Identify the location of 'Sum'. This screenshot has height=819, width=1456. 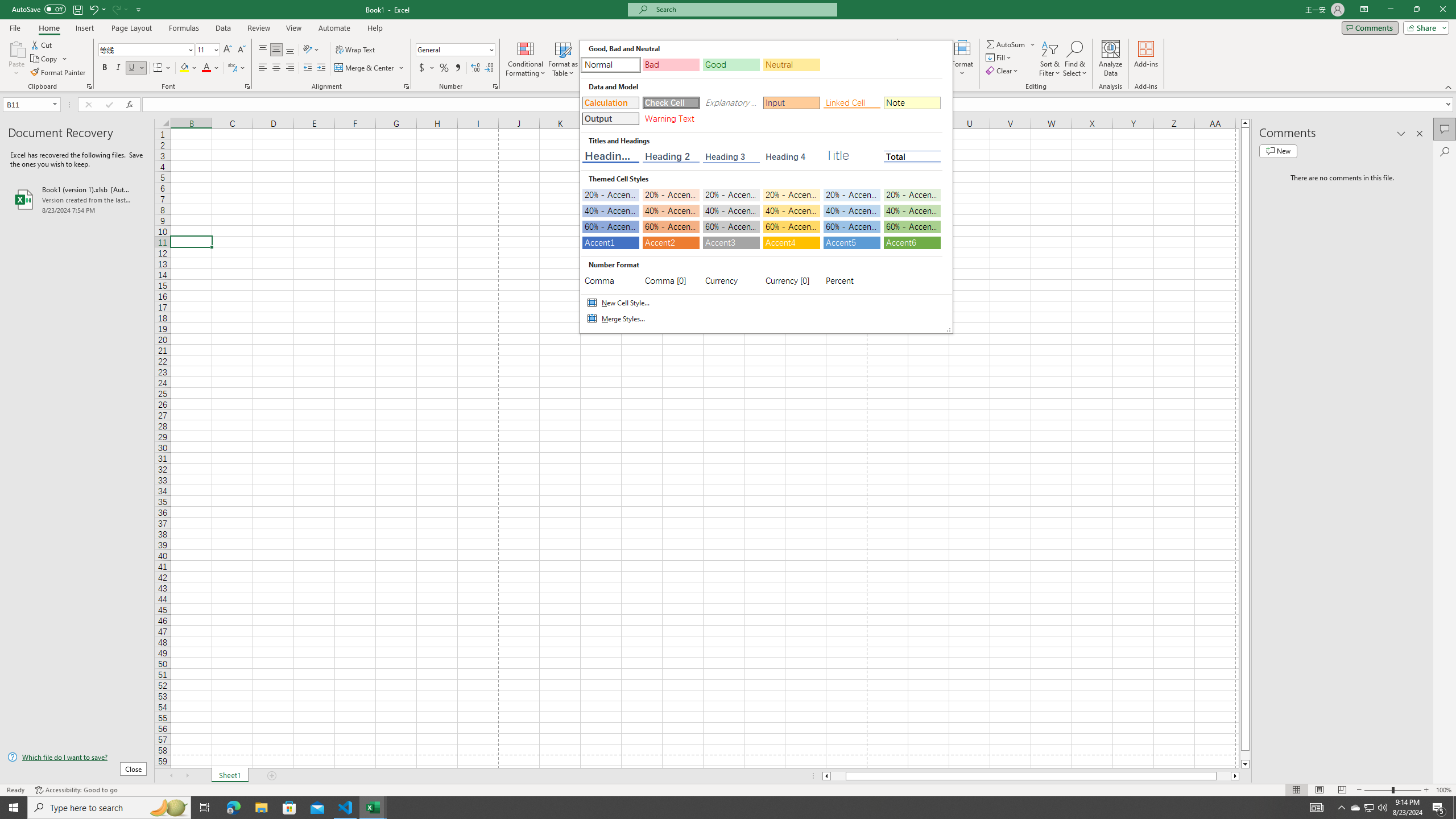
(1006, 44).